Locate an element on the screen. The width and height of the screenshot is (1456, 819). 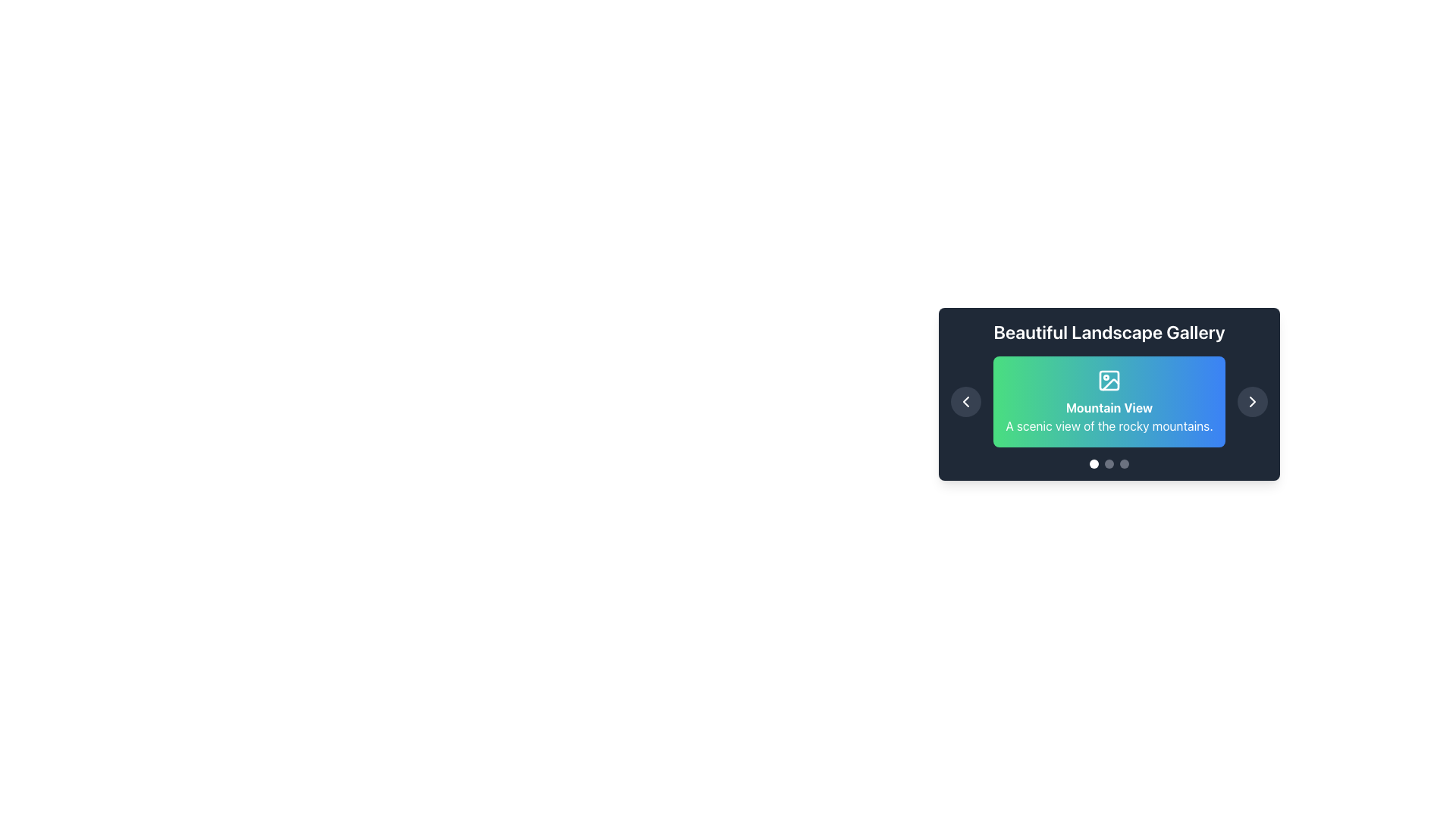
the right-facing chevron icon within the circular button on the far right side of the 'Beautiful Landscape Gallery' content card is located at coordinates (1252, 400).